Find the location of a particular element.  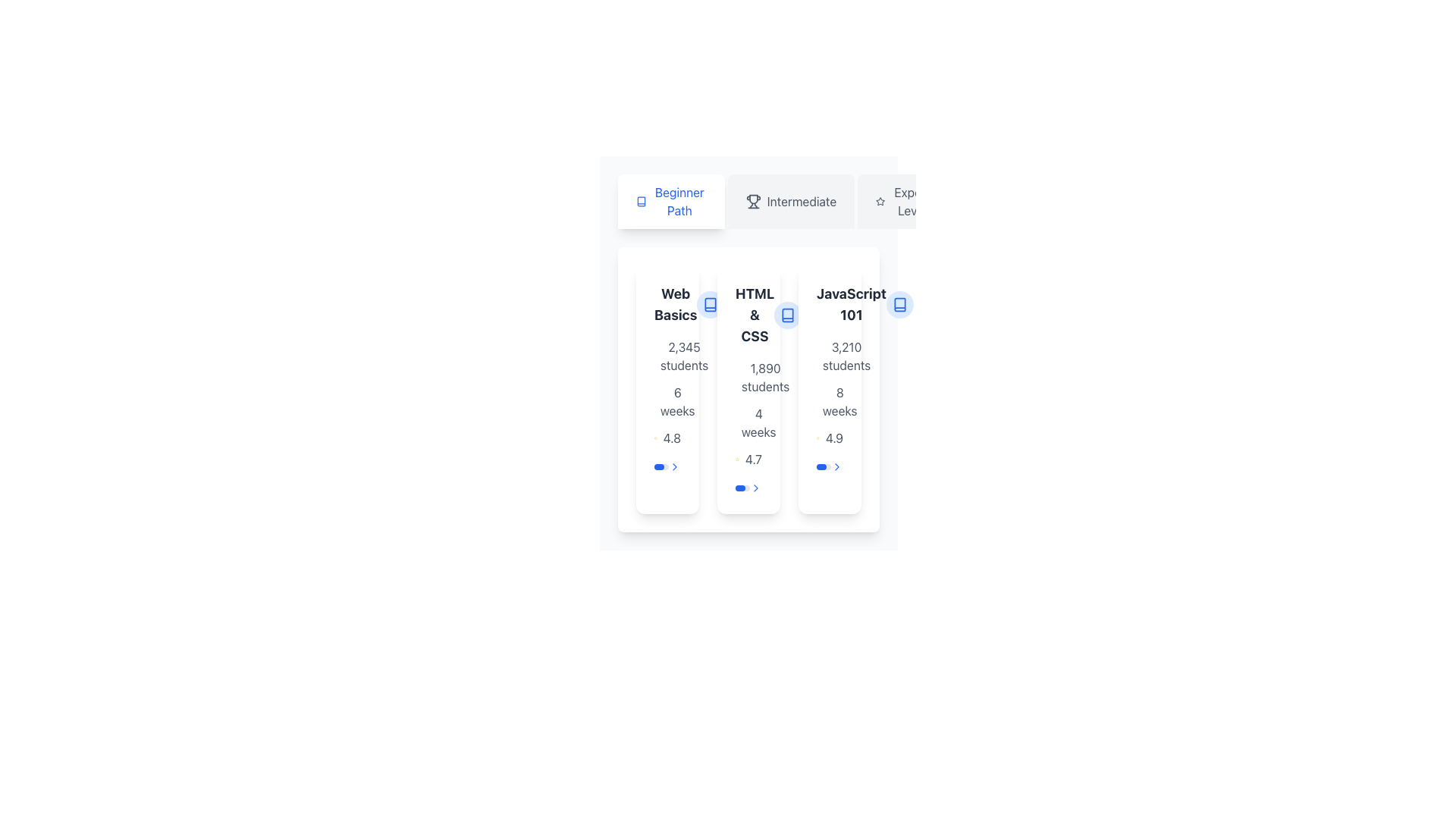

the informational label displaying the course duration '8 weeks' in the JavaScript 101 card, located in the third column beneath '3,210 students' and above the rating '4.9' is located at coordinates (829, 400).